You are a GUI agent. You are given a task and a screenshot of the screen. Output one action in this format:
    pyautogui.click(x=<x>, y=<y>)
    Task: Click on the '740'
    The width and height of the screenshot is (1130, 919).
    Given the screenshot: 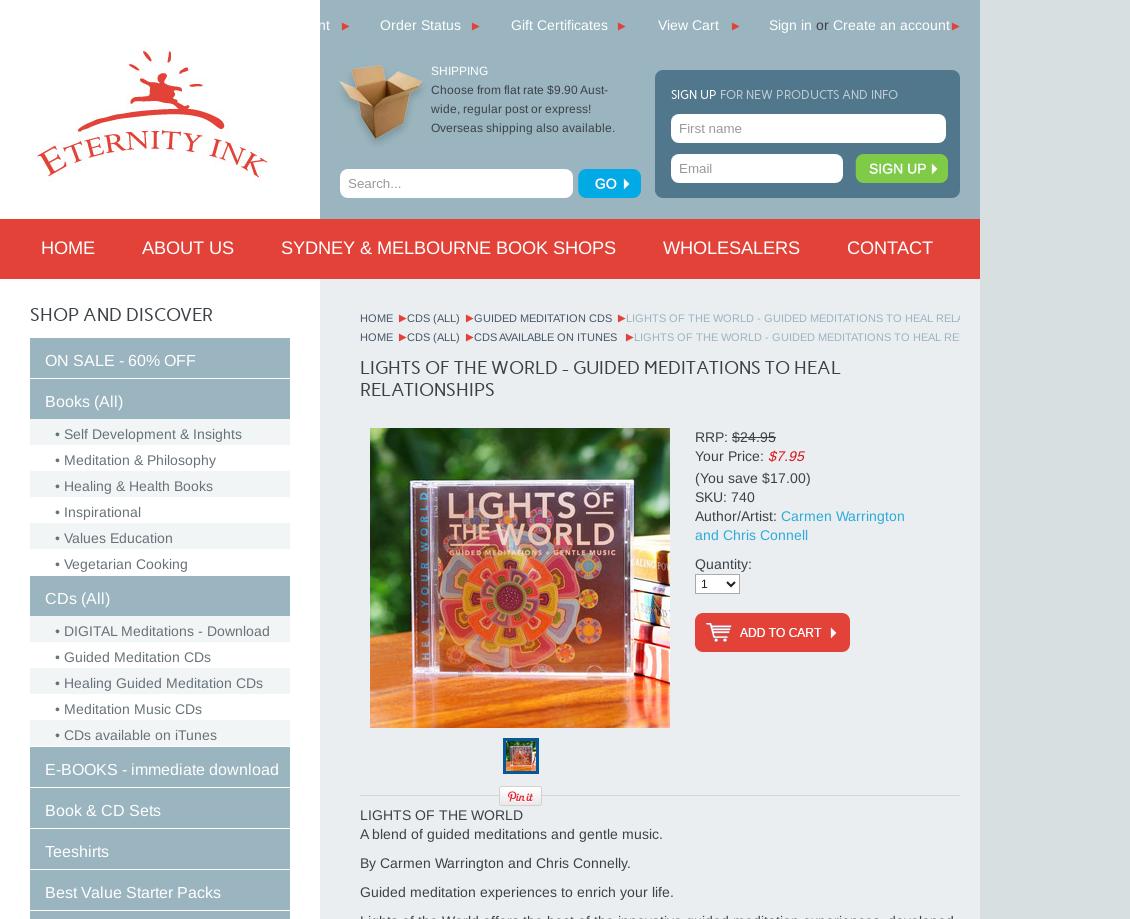 What is the action you would take?
    pyautogui.click(x=742, y=495)
    